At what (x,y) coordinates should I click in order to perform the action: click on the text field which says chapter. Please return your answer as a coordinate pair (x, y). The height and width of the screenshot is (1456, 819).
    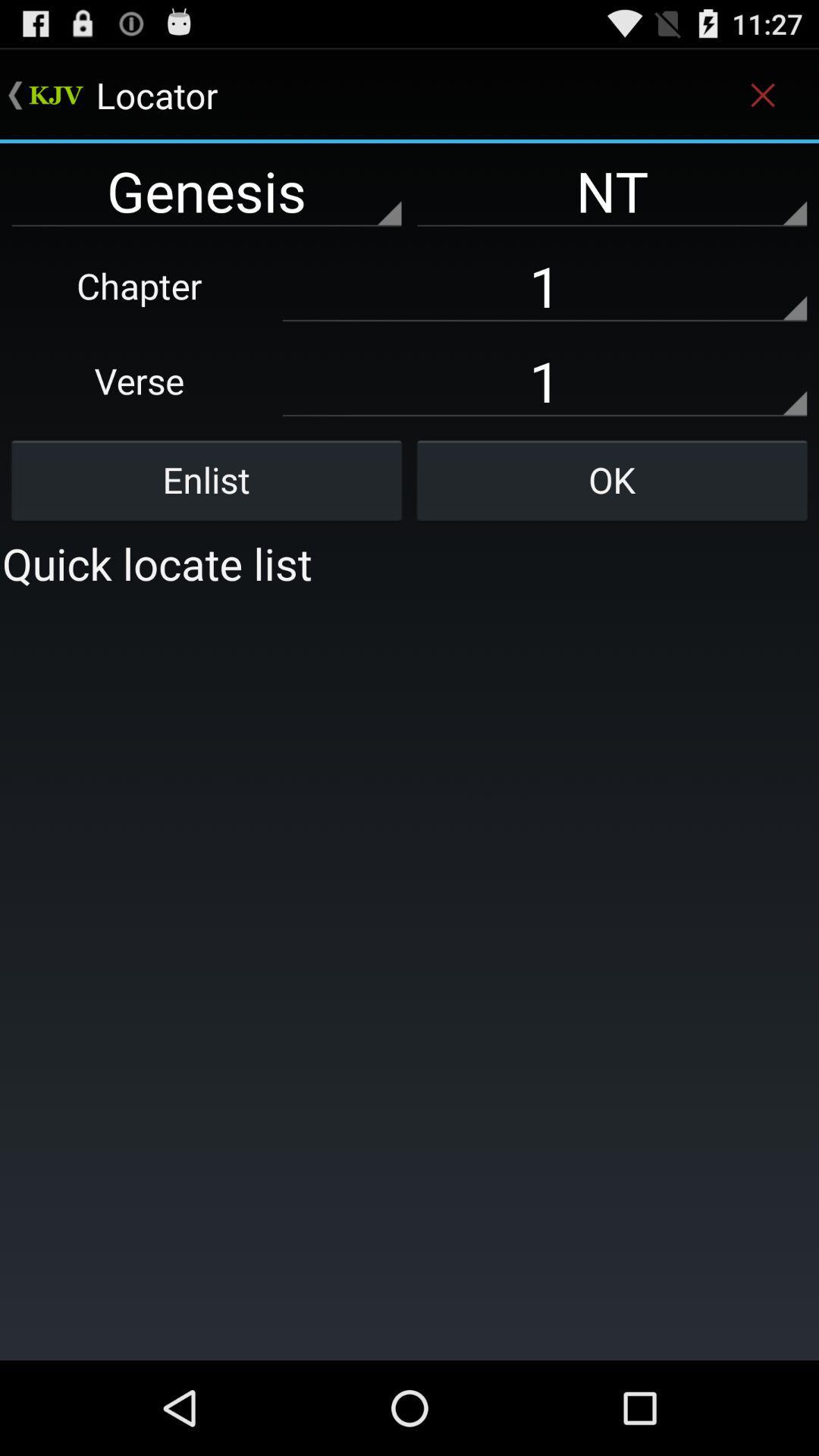
    Looking at the image, I should click on (544, 286).